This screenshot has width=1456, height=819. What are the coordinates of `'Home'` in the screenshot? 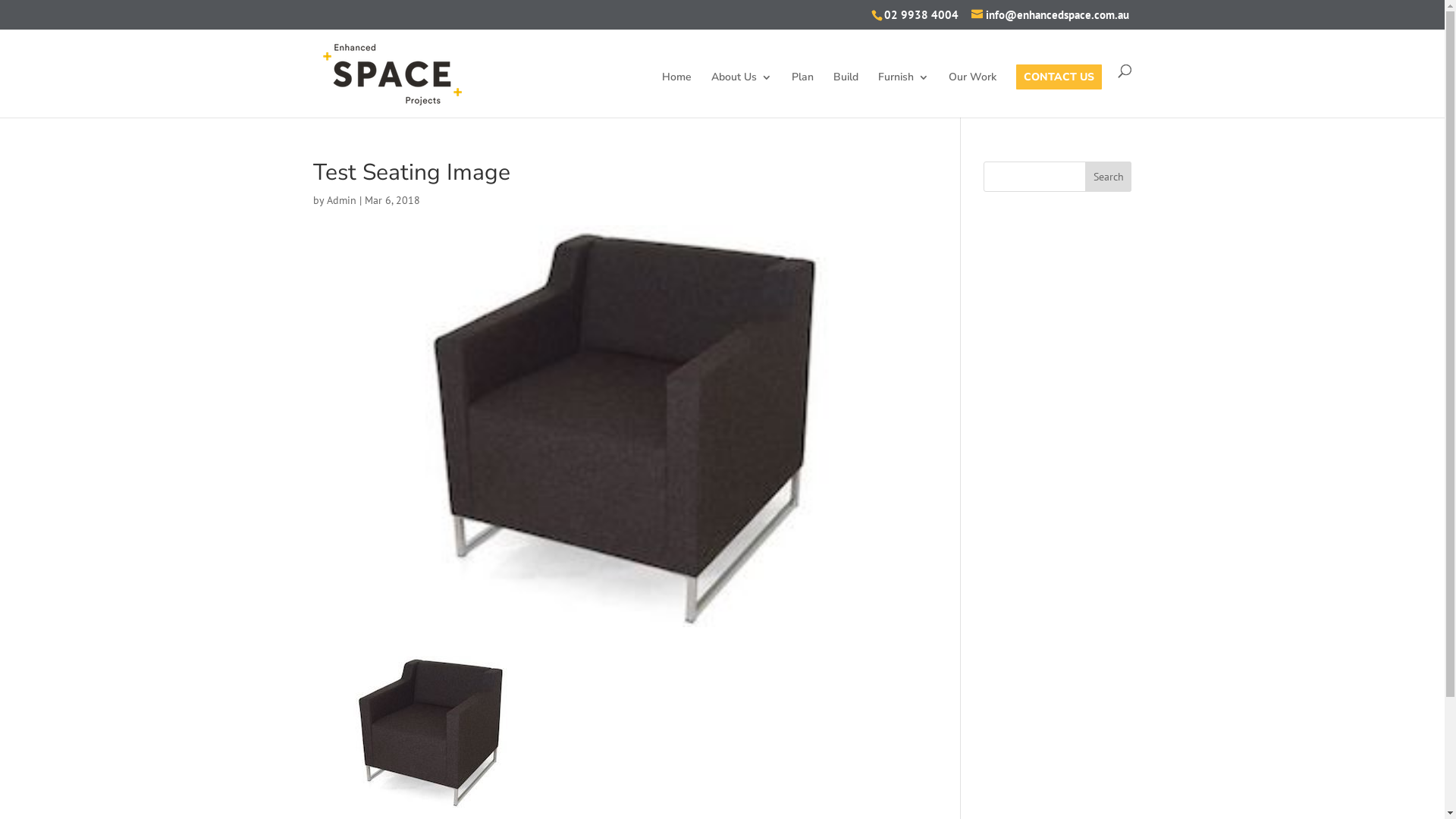 It's located at (675, 93).